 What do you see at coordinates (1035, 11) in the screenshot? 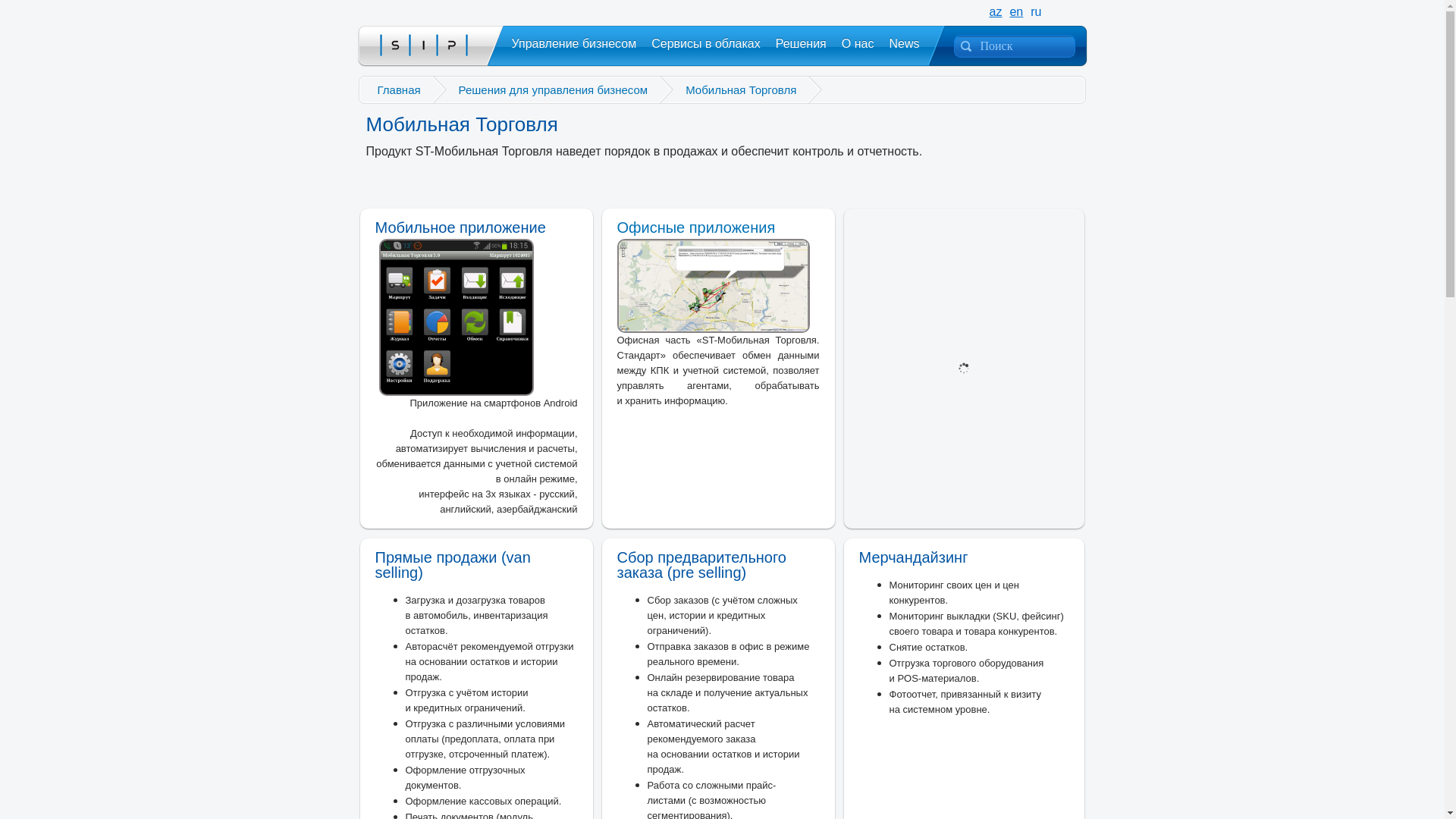
I see `'ru'` at bounding box center [1035, 11].